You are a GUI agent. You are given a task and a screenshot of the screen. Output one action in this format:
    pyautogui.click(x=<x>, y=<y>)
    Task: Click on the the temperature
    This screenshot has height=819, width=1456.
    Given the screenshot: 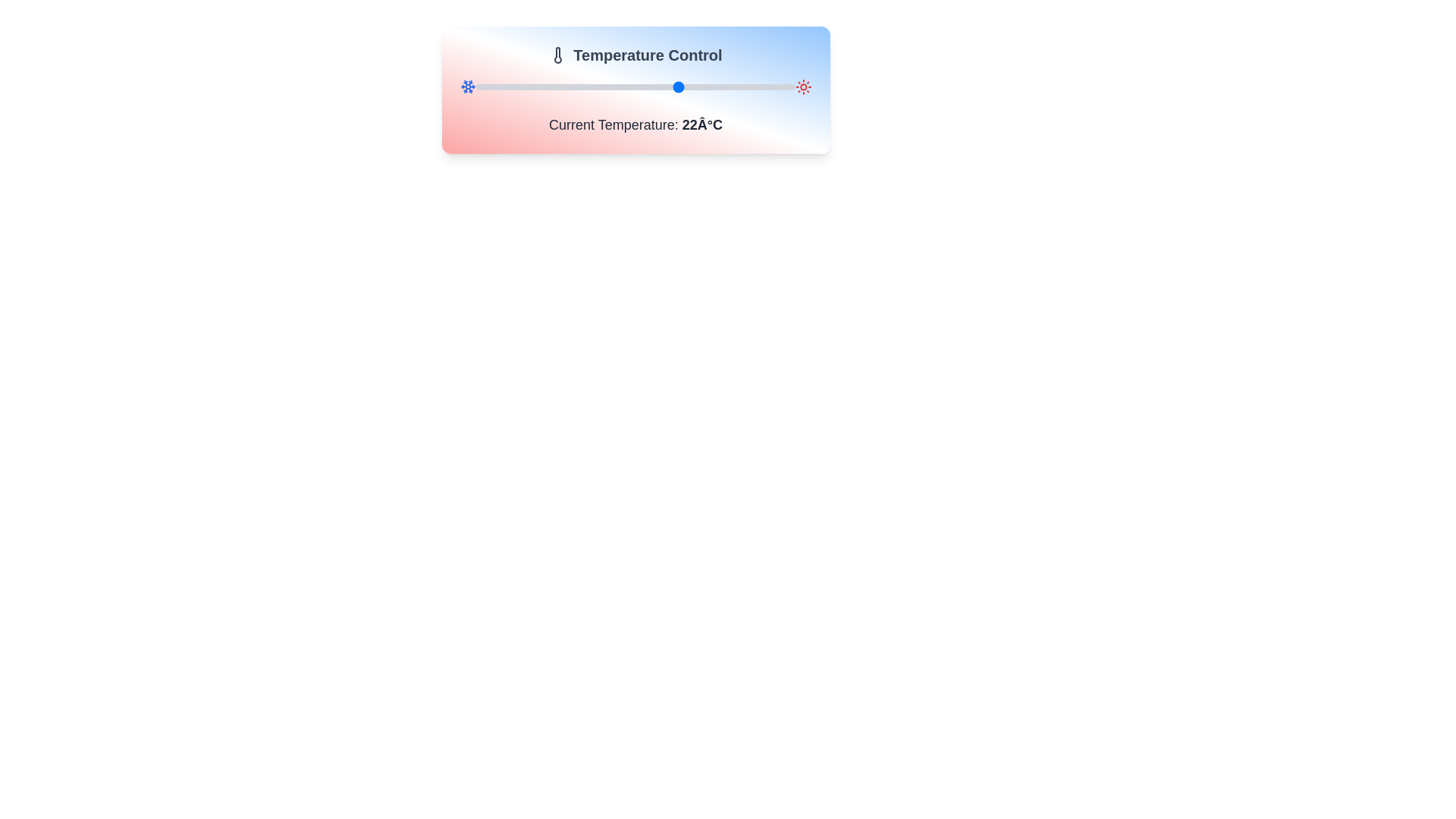 What is the action you would take?
    pyautogui.click(x=540, y=87)
    